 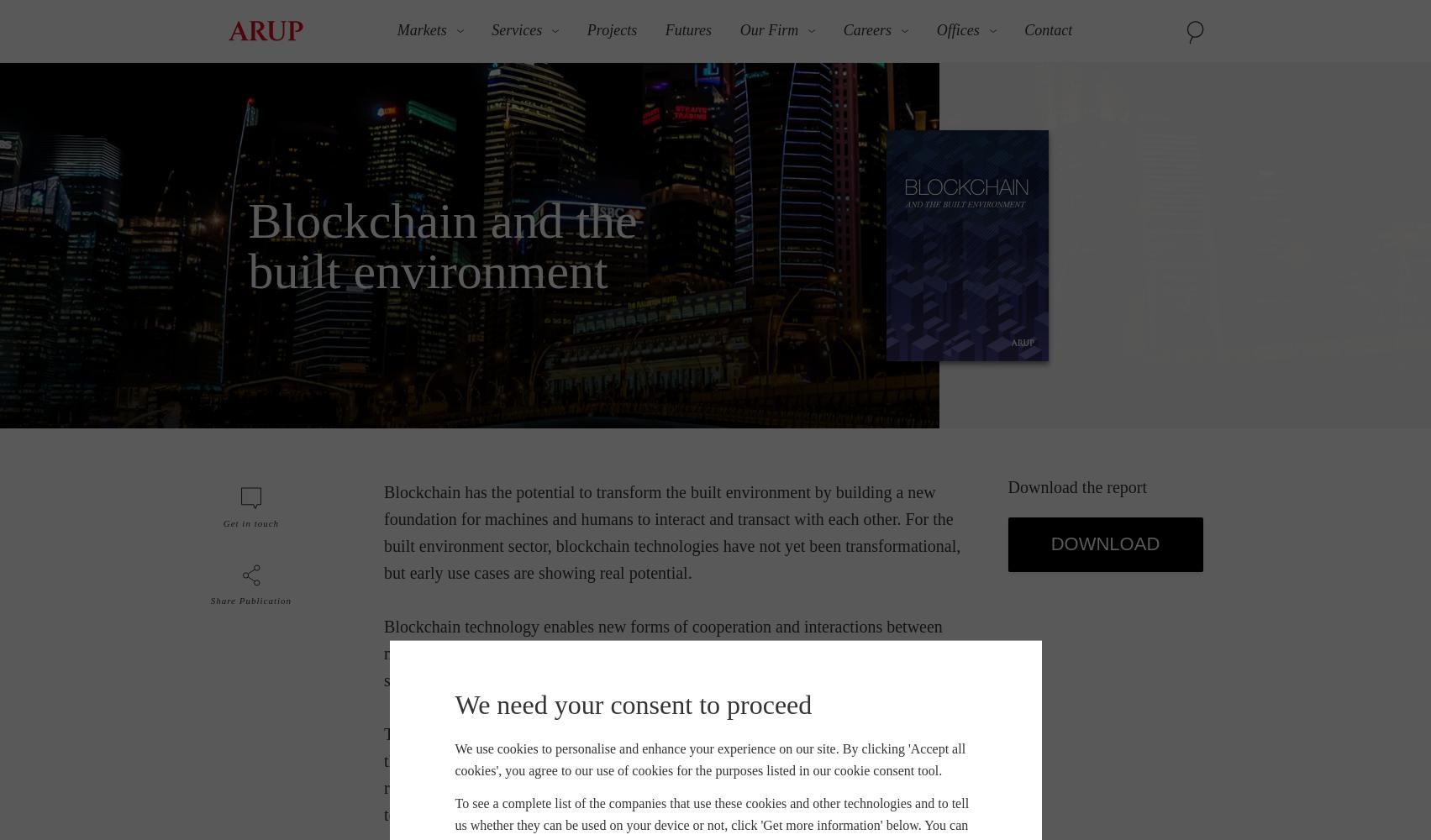 What do you see at coordinates (281, 234) in the screenshot?
I see `'Arts and culture'` at bounding box center [281, 234].